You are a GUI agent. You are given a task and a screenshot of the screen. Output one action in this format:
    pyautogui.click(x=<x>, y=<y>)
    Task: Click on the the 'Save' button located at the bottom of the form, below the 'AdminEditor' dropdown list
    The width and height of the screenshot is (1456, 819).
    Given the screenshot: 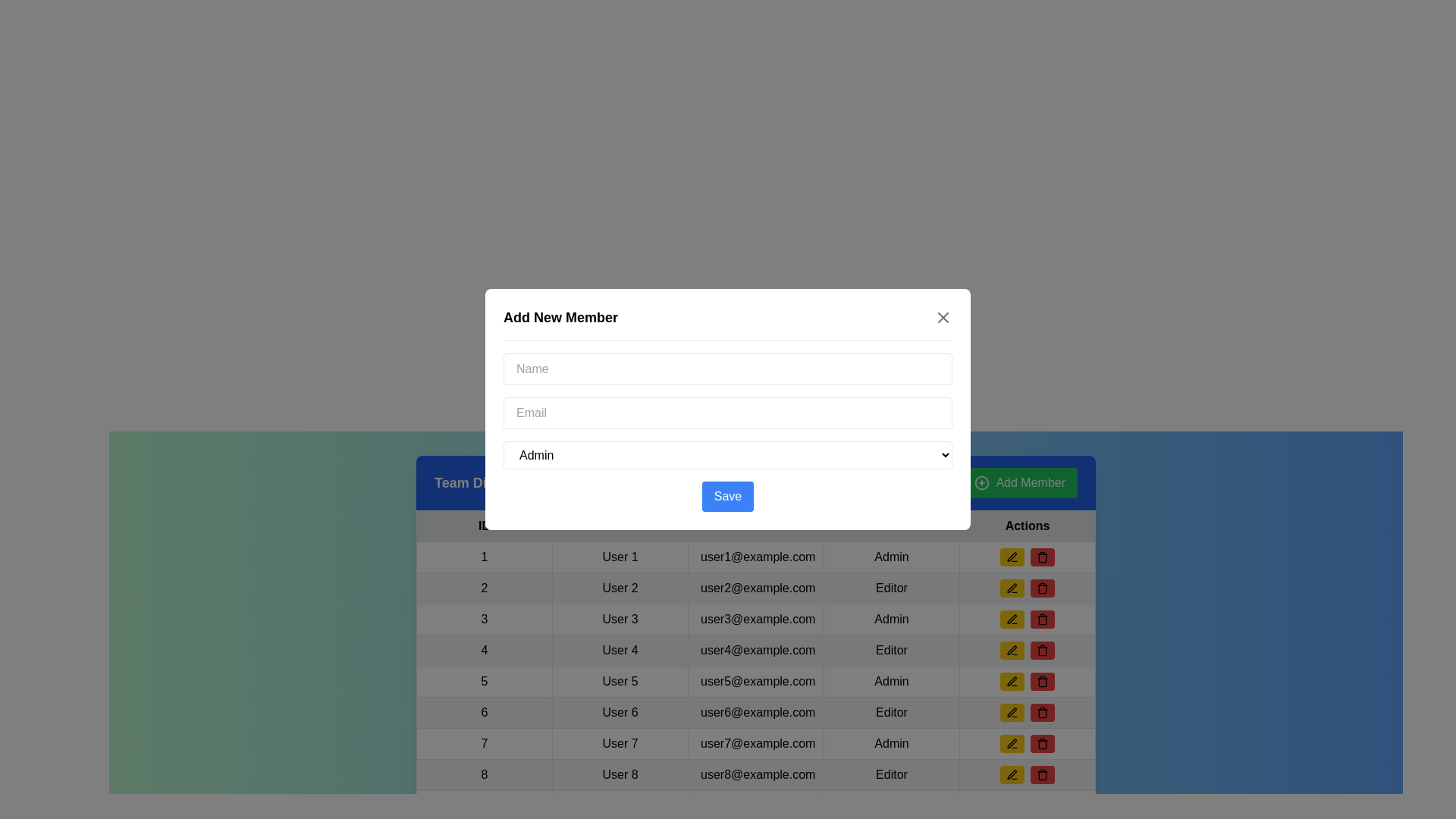 What is the action you would take?
    pyautogui.click(x=728, y=497)
    